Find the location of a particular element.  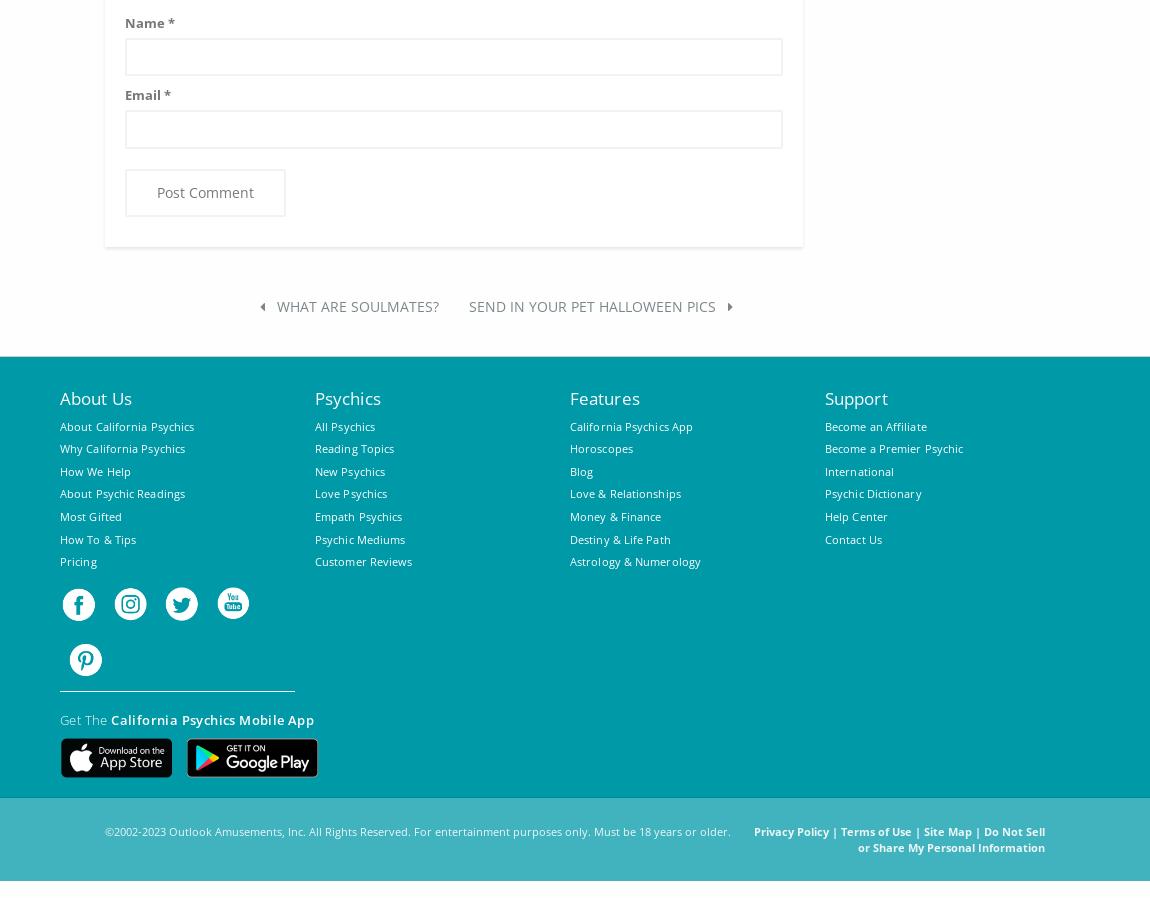

'Name' is located at coordinates (124, 21).